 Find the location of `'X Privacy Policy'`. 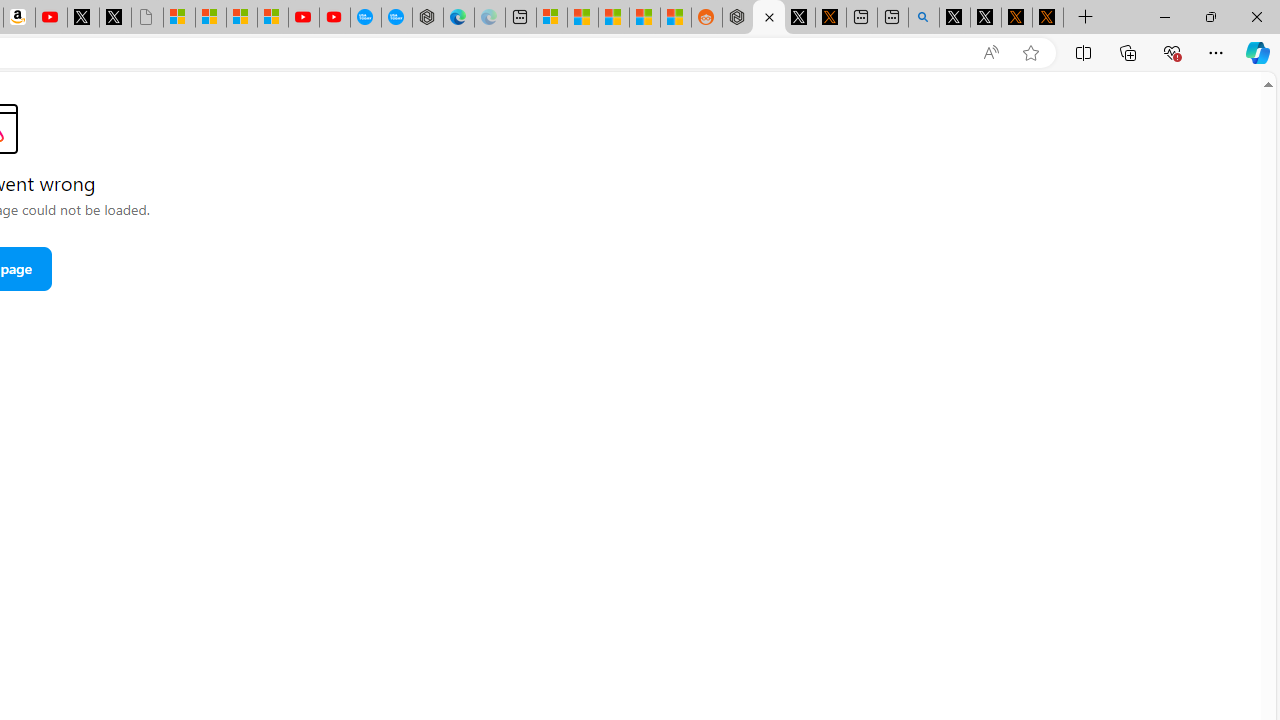

'X Privacy Policy' is located at coordinates (1047, 17).